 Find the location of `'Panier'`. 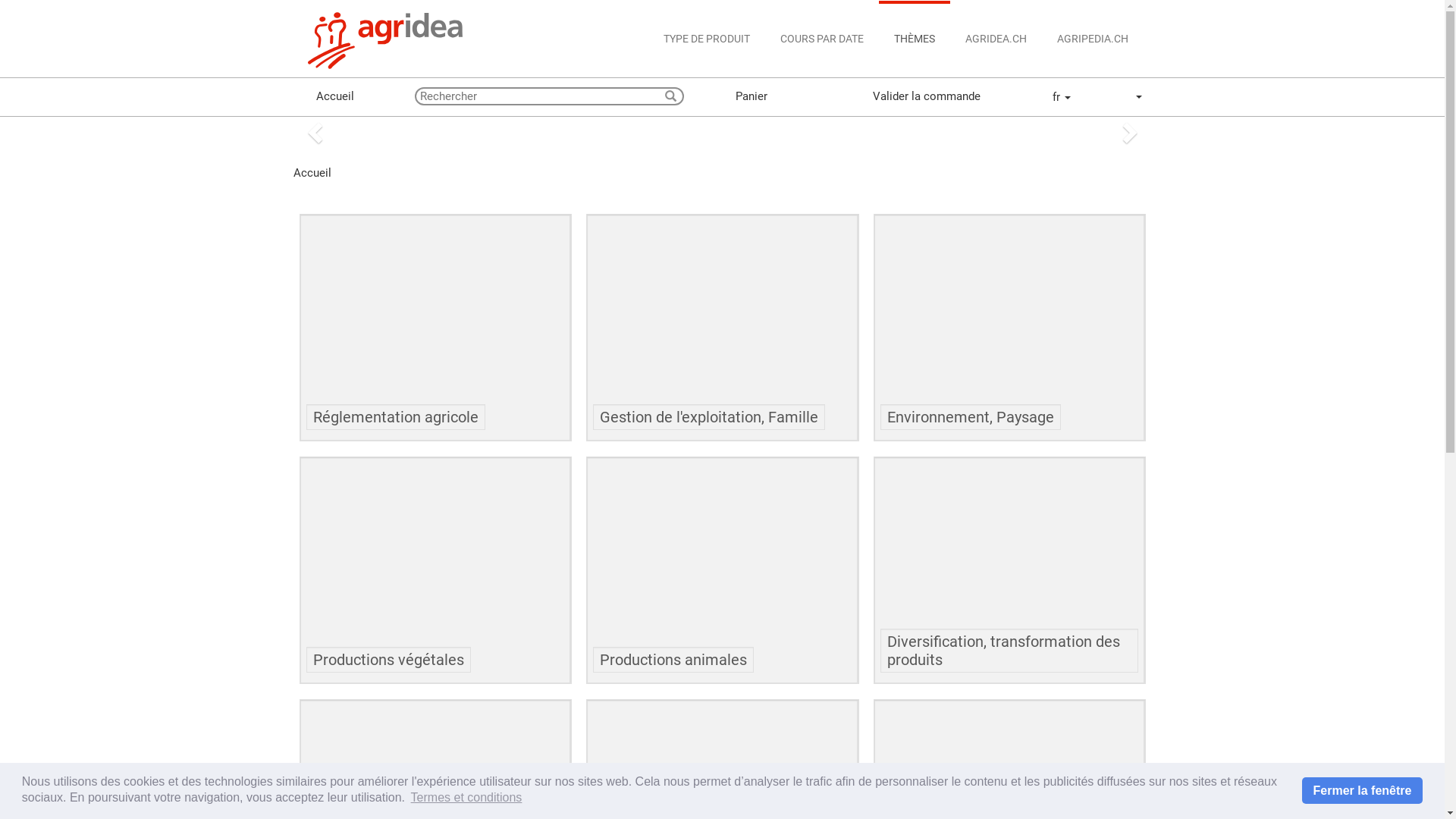

'Panier' is located at coordinates (740, 96).